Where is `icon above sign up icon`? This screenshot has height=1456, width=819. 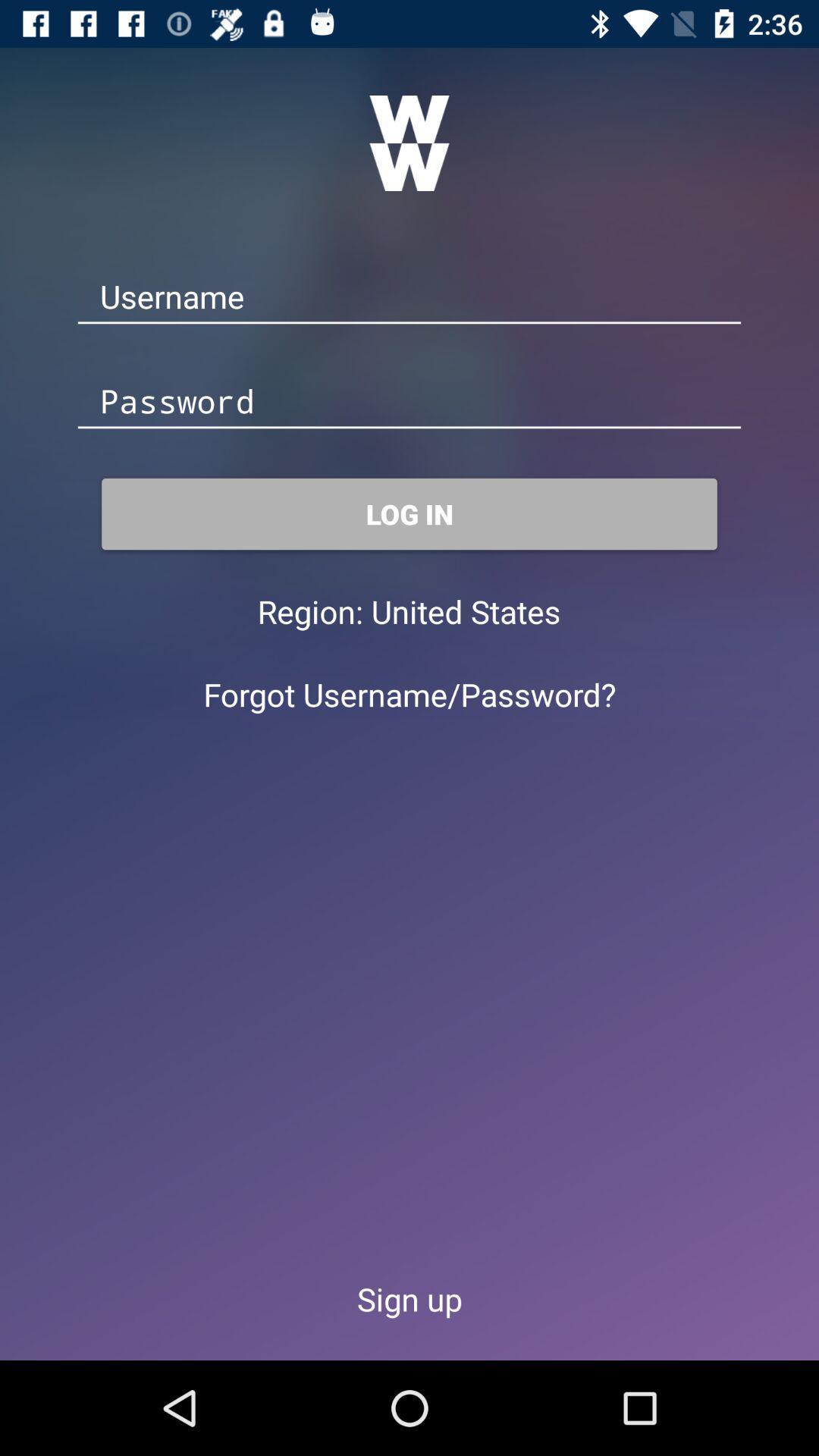
icon above sign up icon is located at coordinates (409, 693).